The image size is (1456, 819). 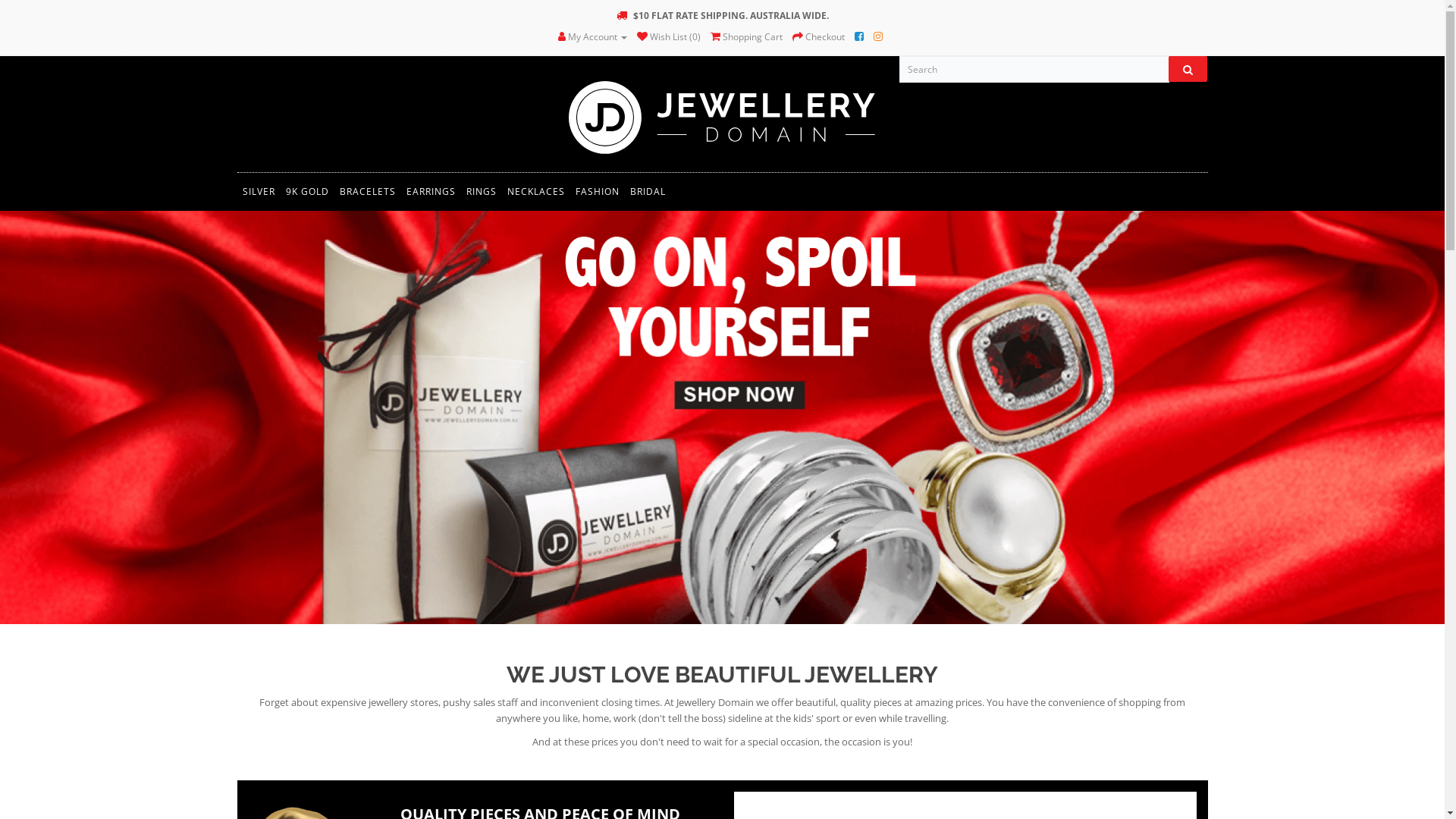 I want to click on 'Shopping Cart', so click(x=746, y=36).